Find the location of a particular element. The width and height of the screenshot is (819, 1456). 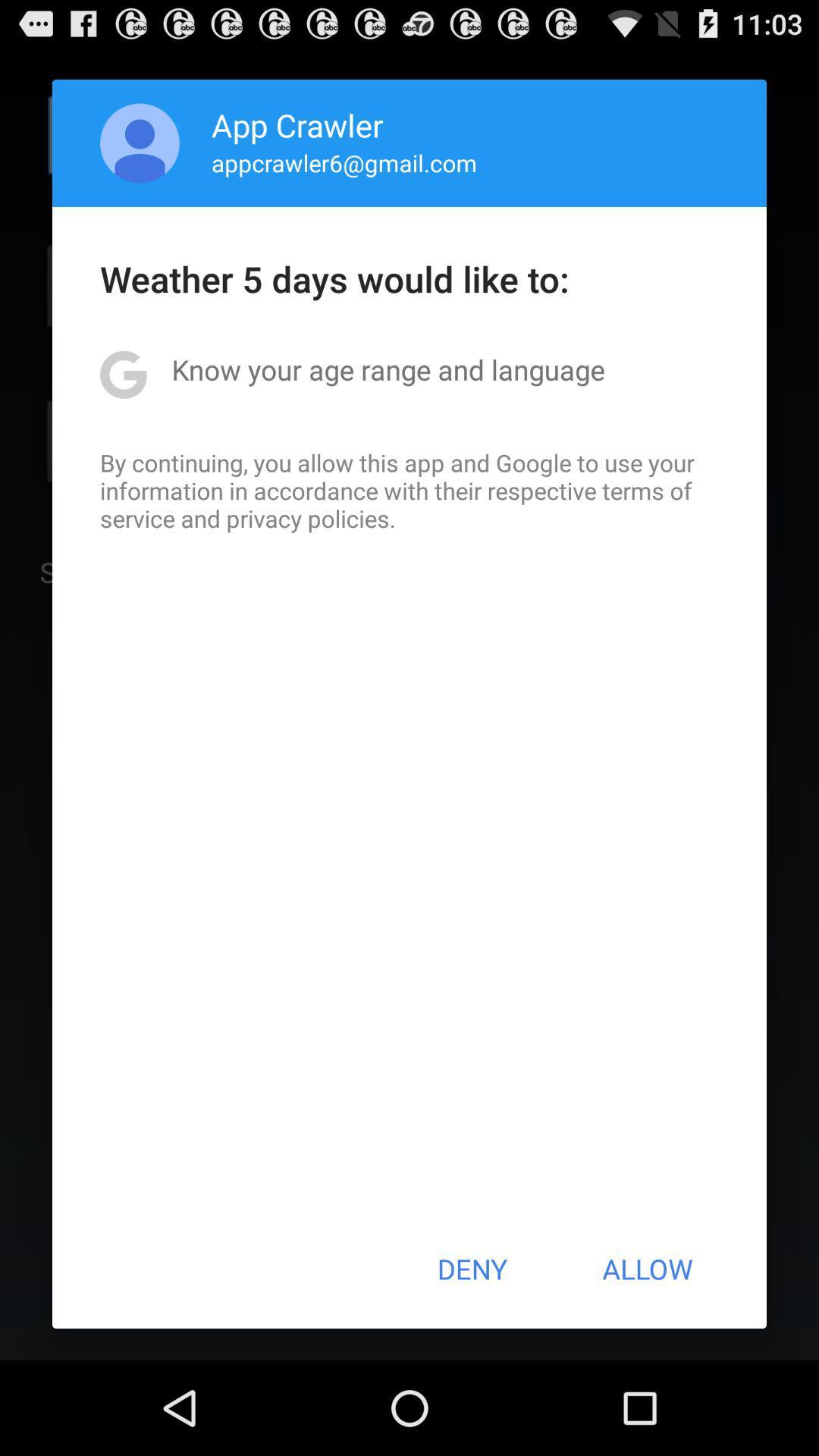

deny button is located at coordinates (471, 1269).